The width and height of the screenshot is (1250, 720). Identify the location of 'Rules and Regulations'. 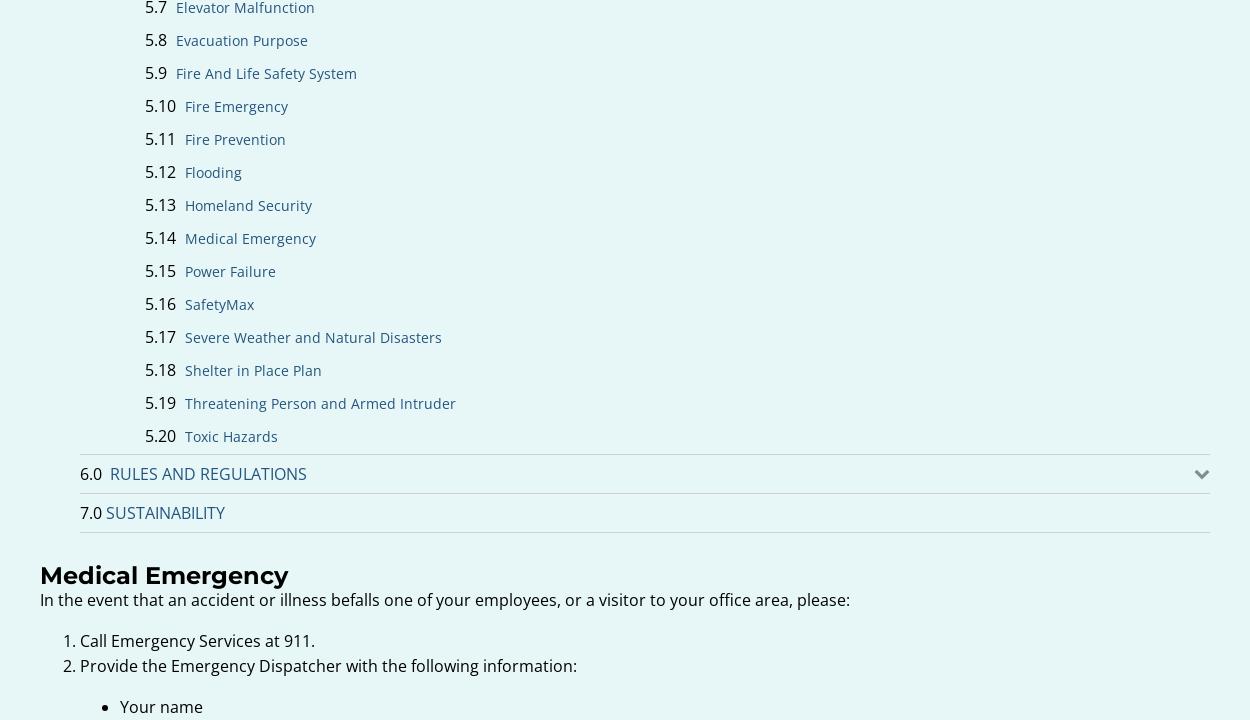
(207, 473).